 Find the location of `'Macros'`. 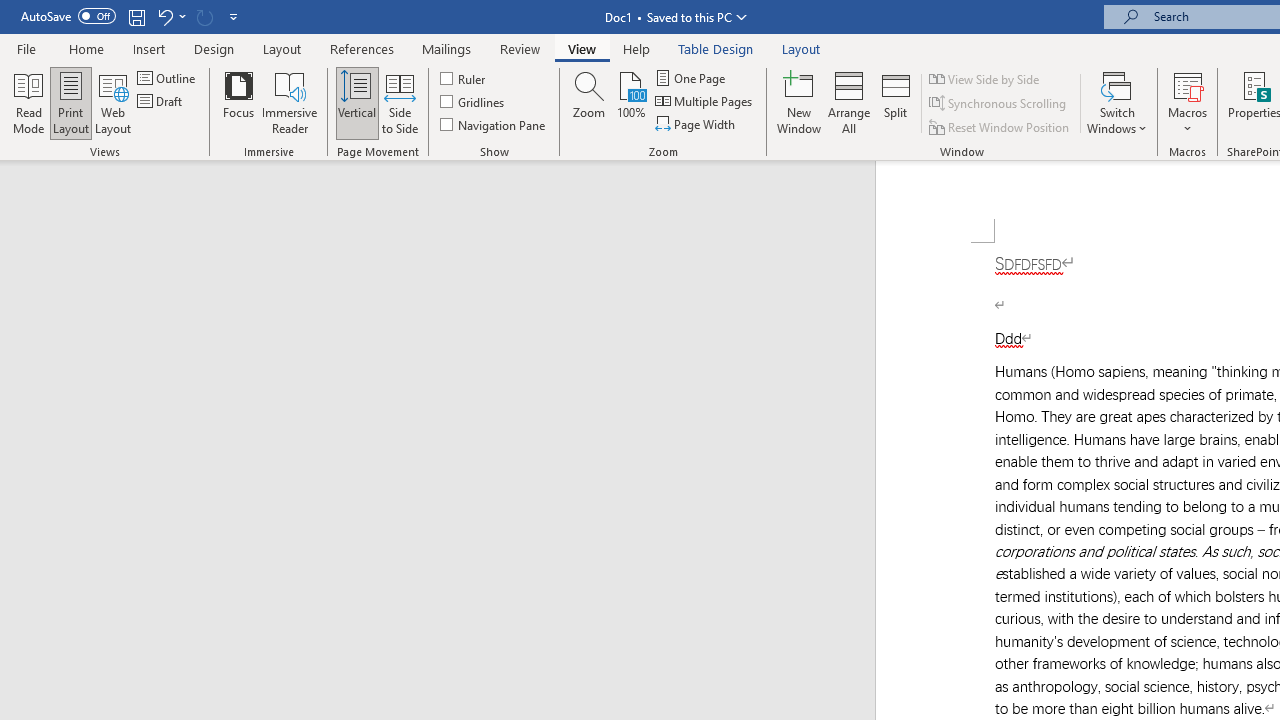

'Macros' is located at coordinates (1187, 103).